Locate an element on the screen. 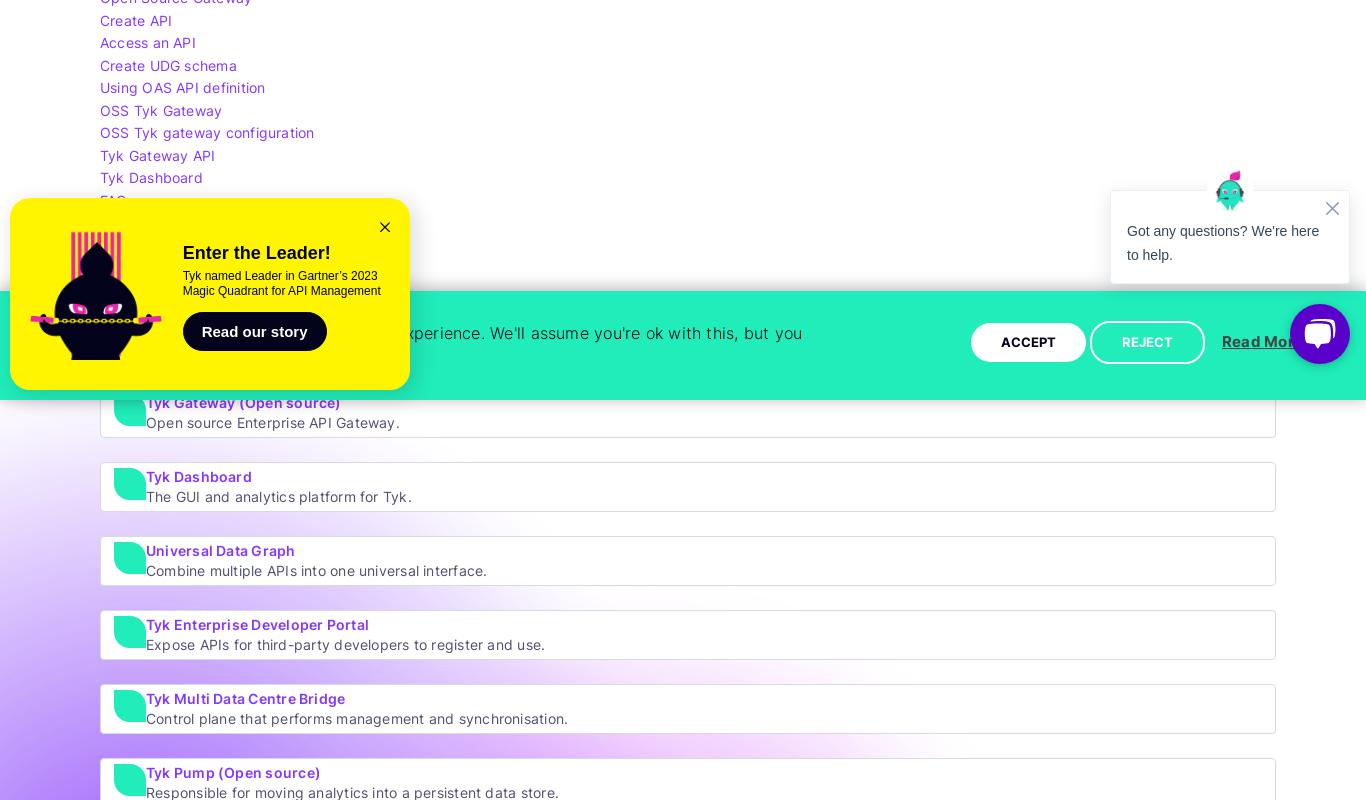 This screenshot has width=1366, height=800. 'Read More' is located at coordinates (1261, 340).